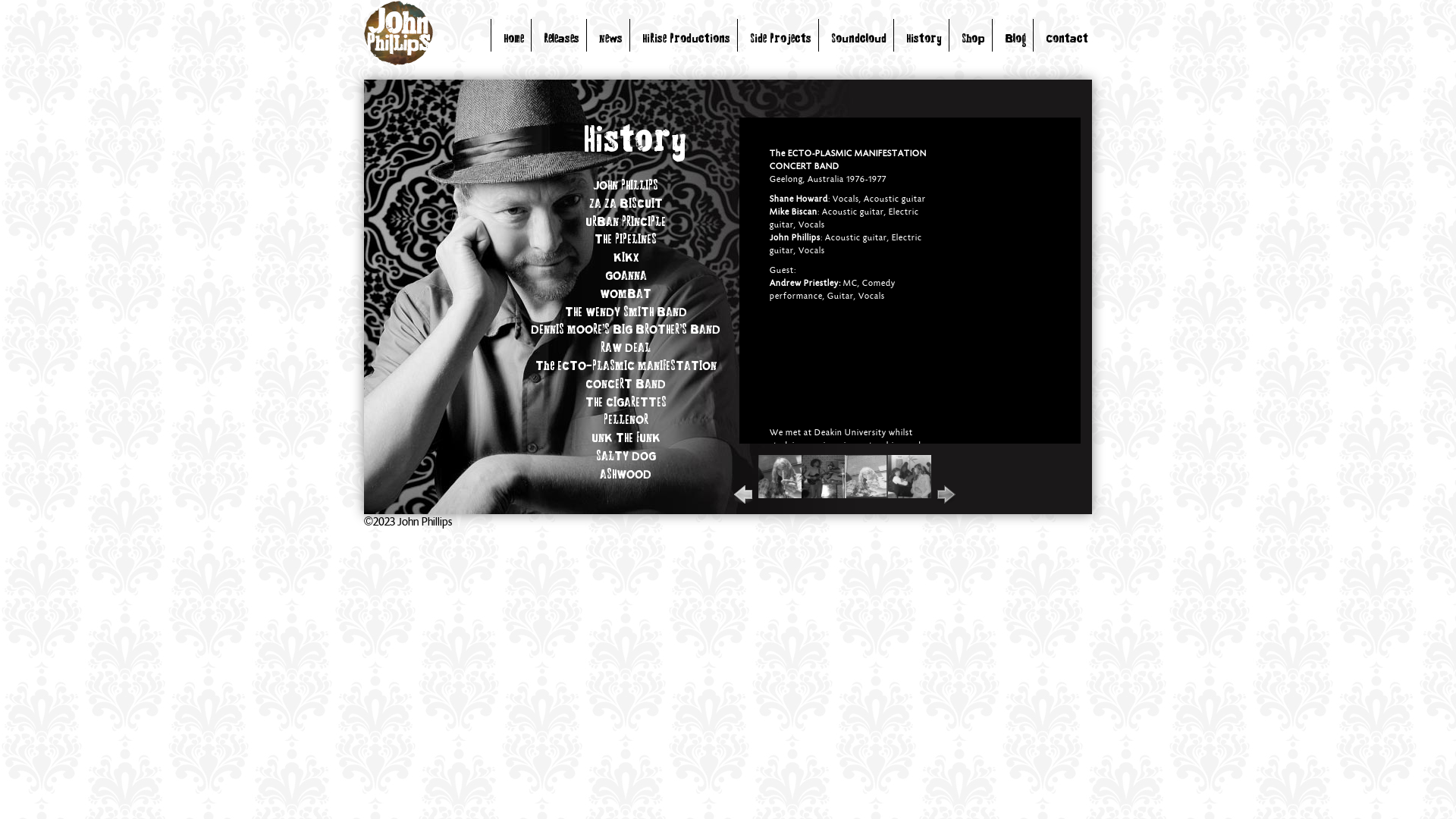 This screenshot has width=1456, height=819. What do you see at coordinates (626, 222) in the screenshot?
I see `'URBAN PRINCIPLE'` at bounding box center [626, 222].